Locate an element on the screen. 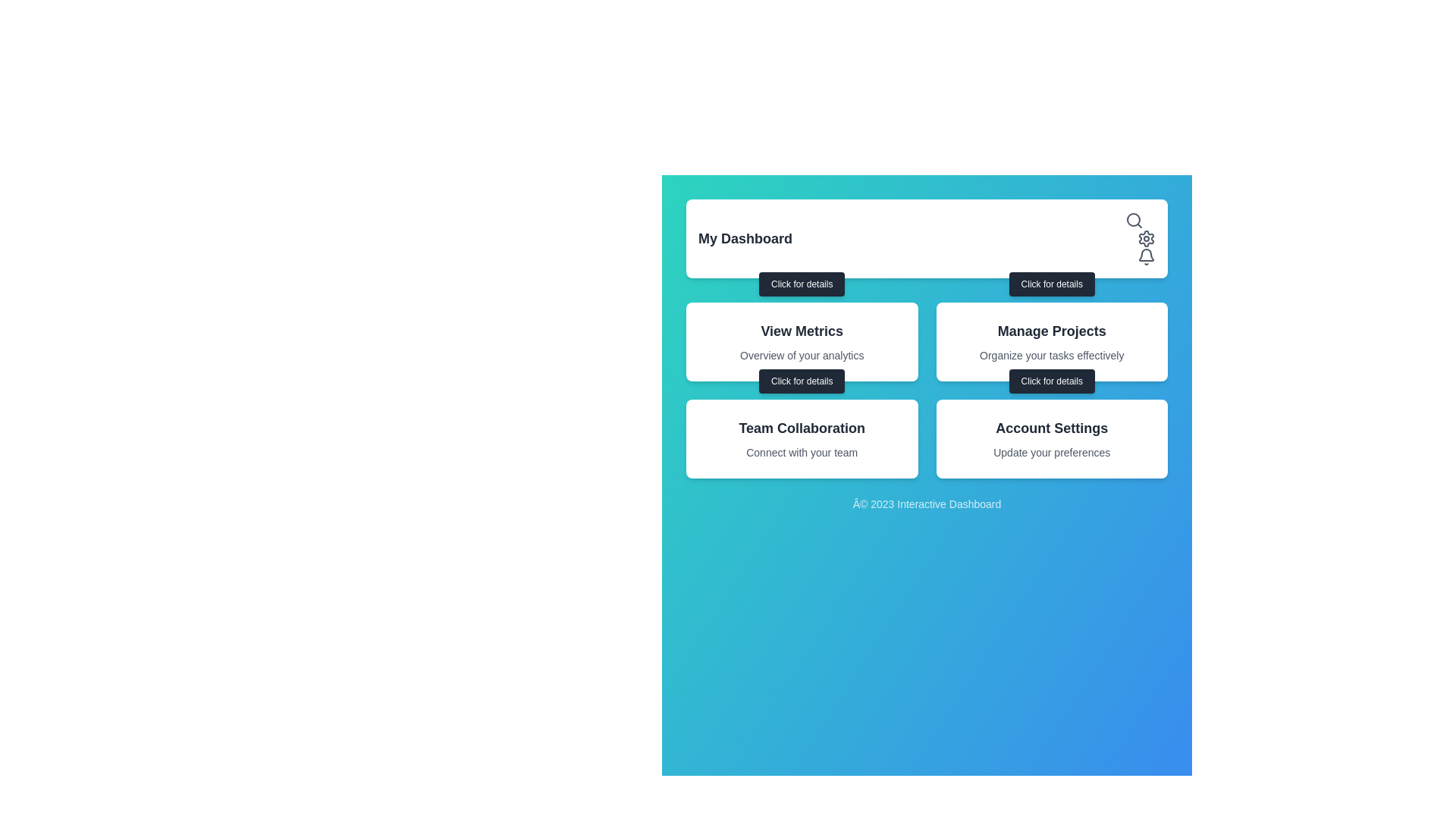 The width and height of the screenshot is (1456, 819). the static text element providing a descriptive tagline for the 'Manage Projects' feature, located directly below the heading 'Manage Projects' in the second column of the grid layout is located at coordinates (1051, 356).